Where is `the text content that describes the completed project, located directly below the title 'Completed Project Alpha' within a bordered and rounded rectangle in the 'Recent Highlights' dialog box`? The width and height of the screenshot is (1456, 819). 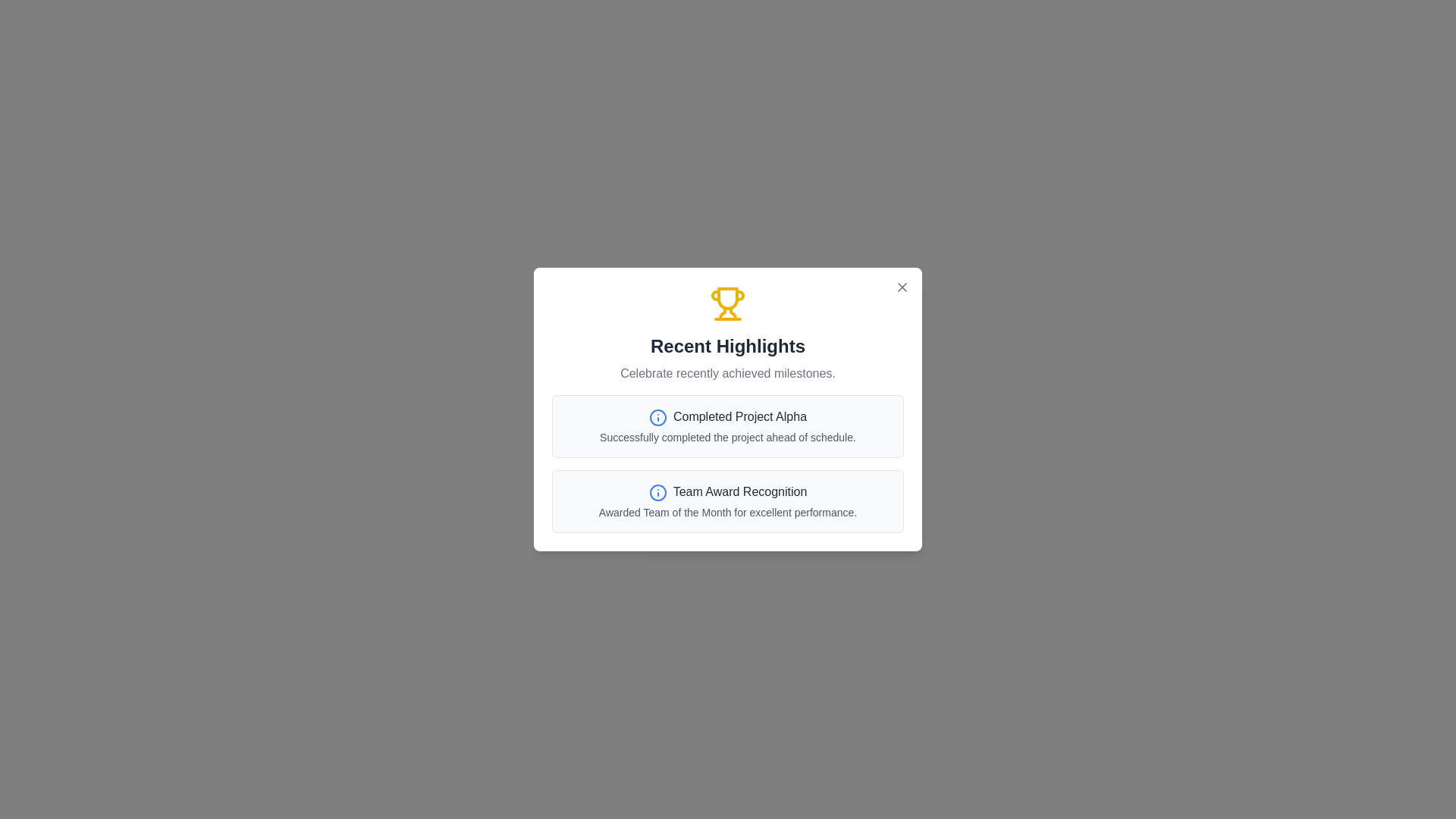 the text content that describes the completed project, located directly below the title 'Completed Project Alpha' within a bordered and rounded rectangle in the 'Recent Highlights' dialog box is located at coordinates (728, 438).